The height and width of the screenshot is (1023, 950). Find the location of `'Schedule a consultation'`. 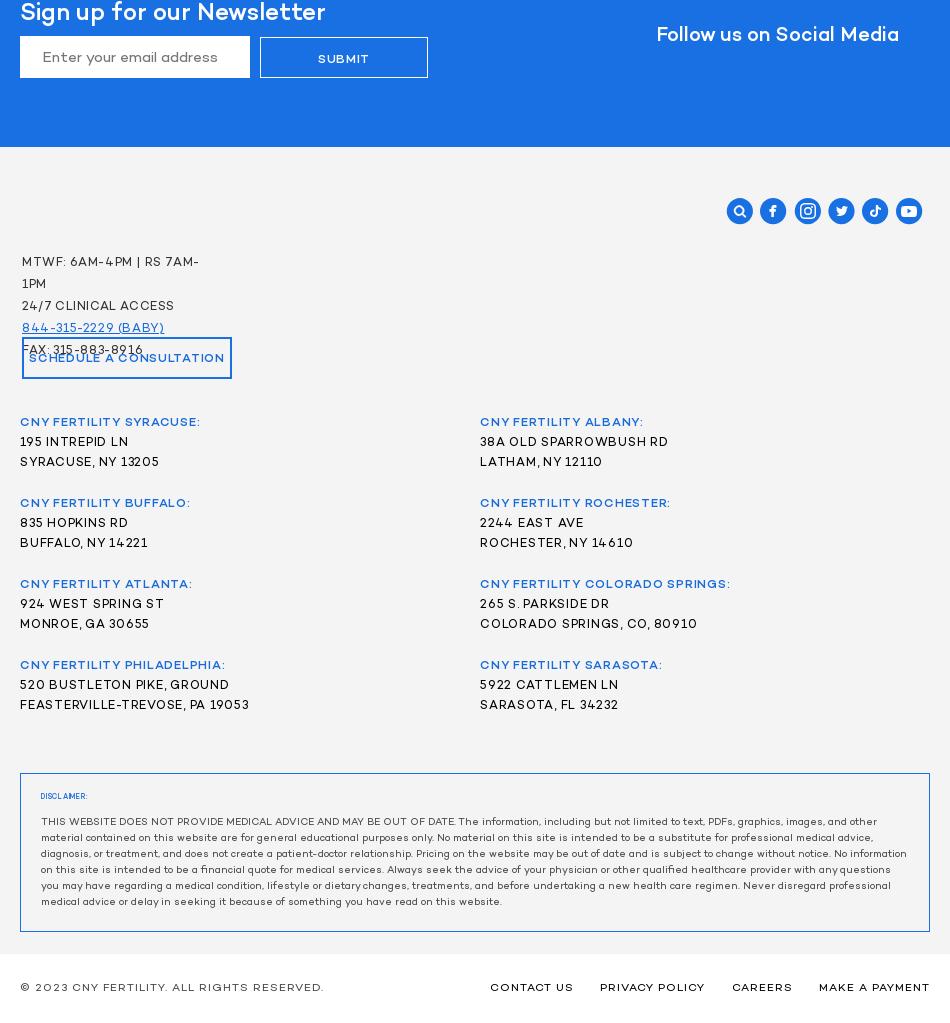

'Schedule a consultation' is located at coordinates (126, 357).